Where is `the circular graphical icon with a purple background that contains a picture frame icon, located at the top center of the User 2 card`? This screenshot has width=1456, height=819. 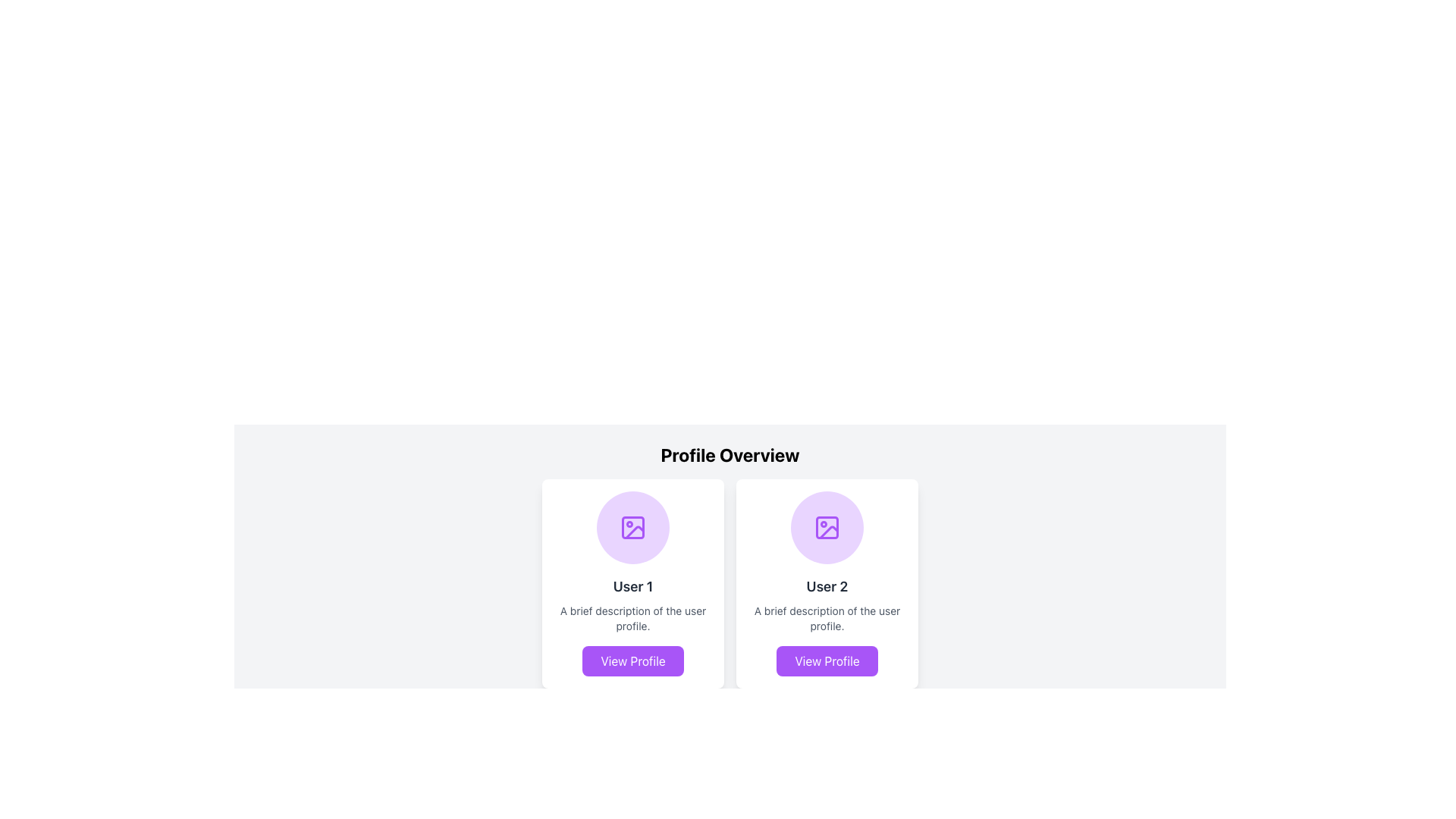 the circular graphical icon with a purple background that contains a picture frame icon, located at the top center of the User 2 card is located at coordinates (826, 526).